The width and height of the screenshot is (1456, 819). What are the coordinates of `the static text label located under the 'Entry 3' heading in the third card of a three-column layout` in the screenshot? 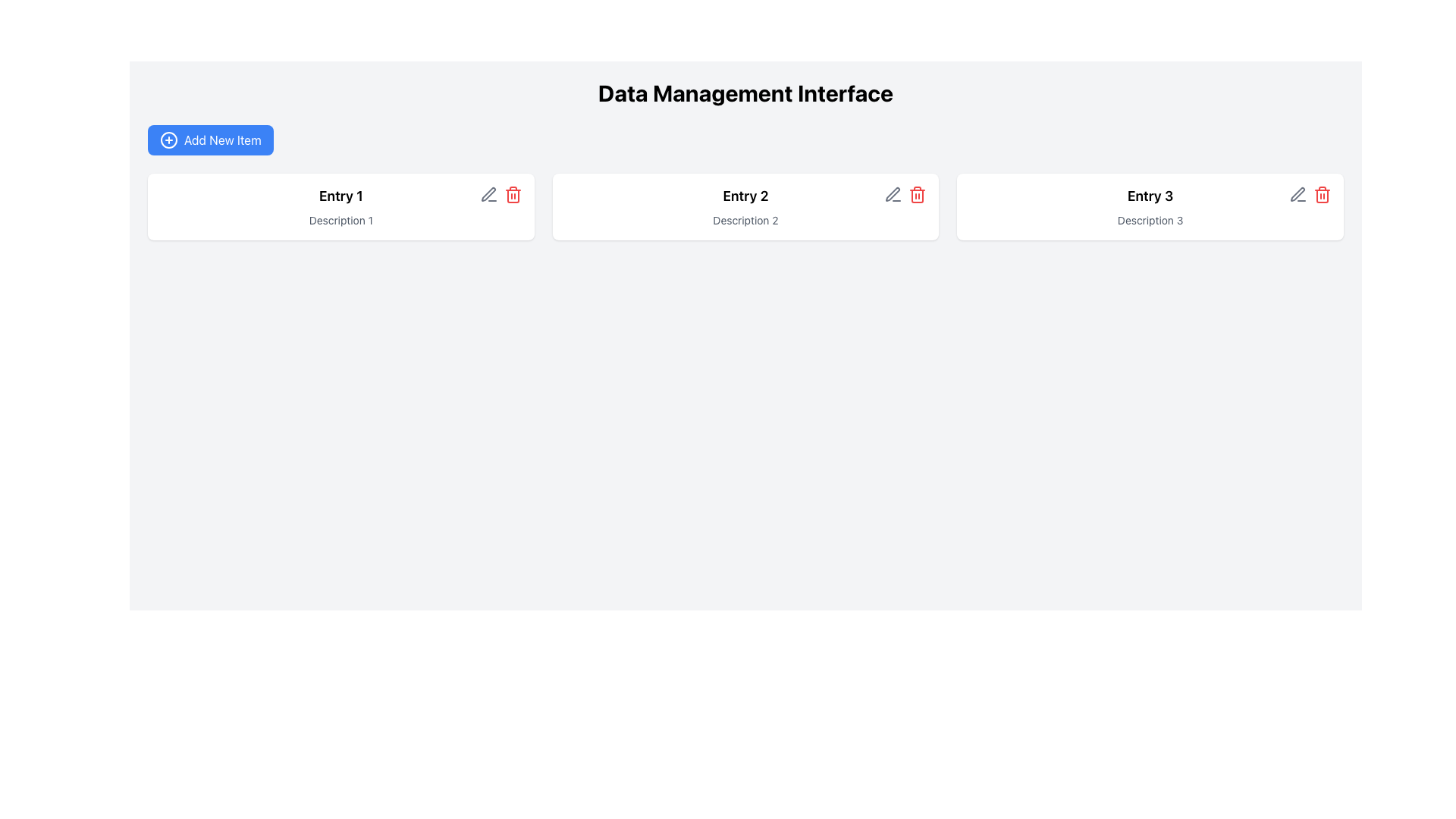 It's located at (1150, 220).